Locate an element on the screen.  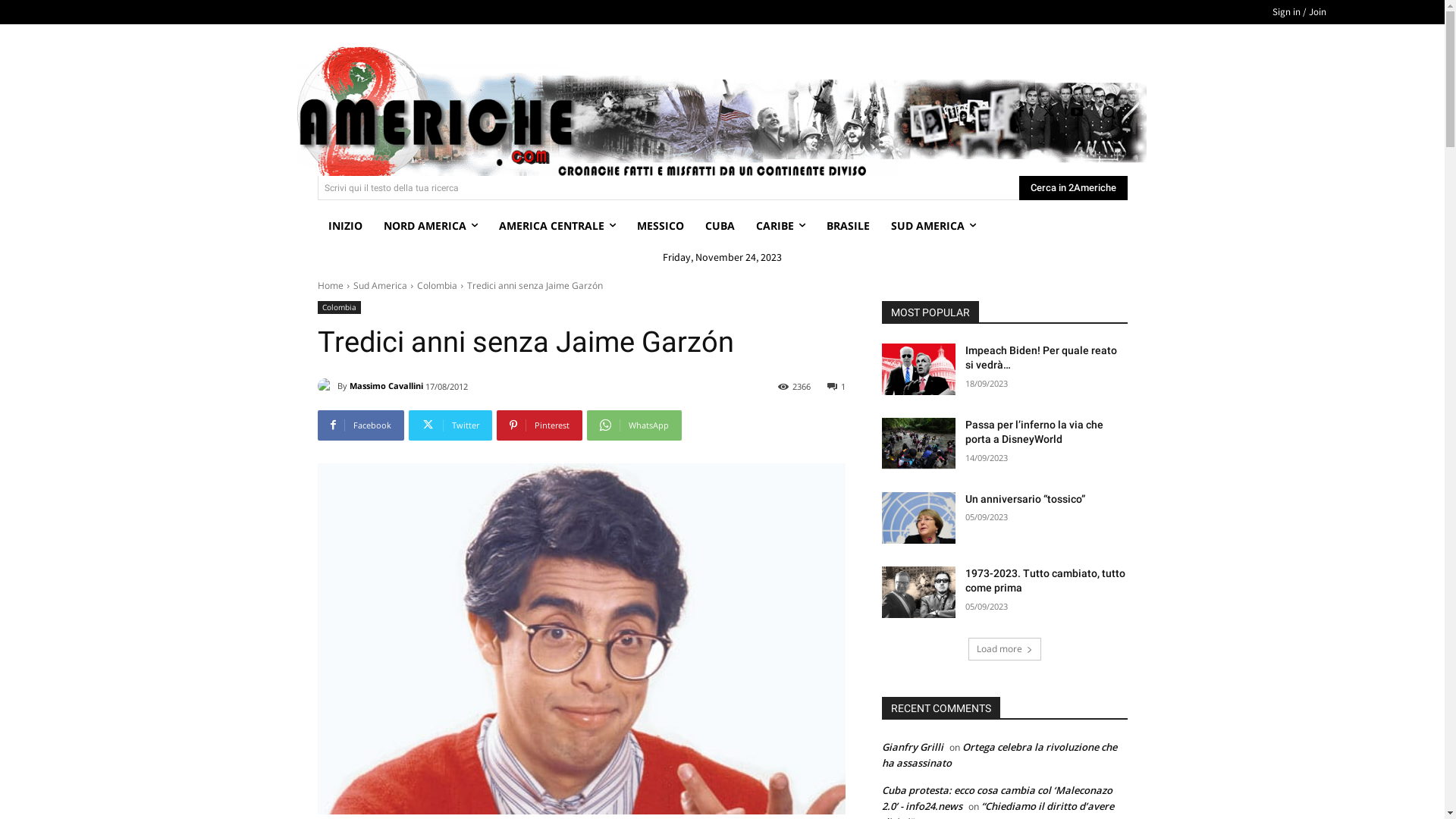
'Colombia' is located at coordinates (436, 285).